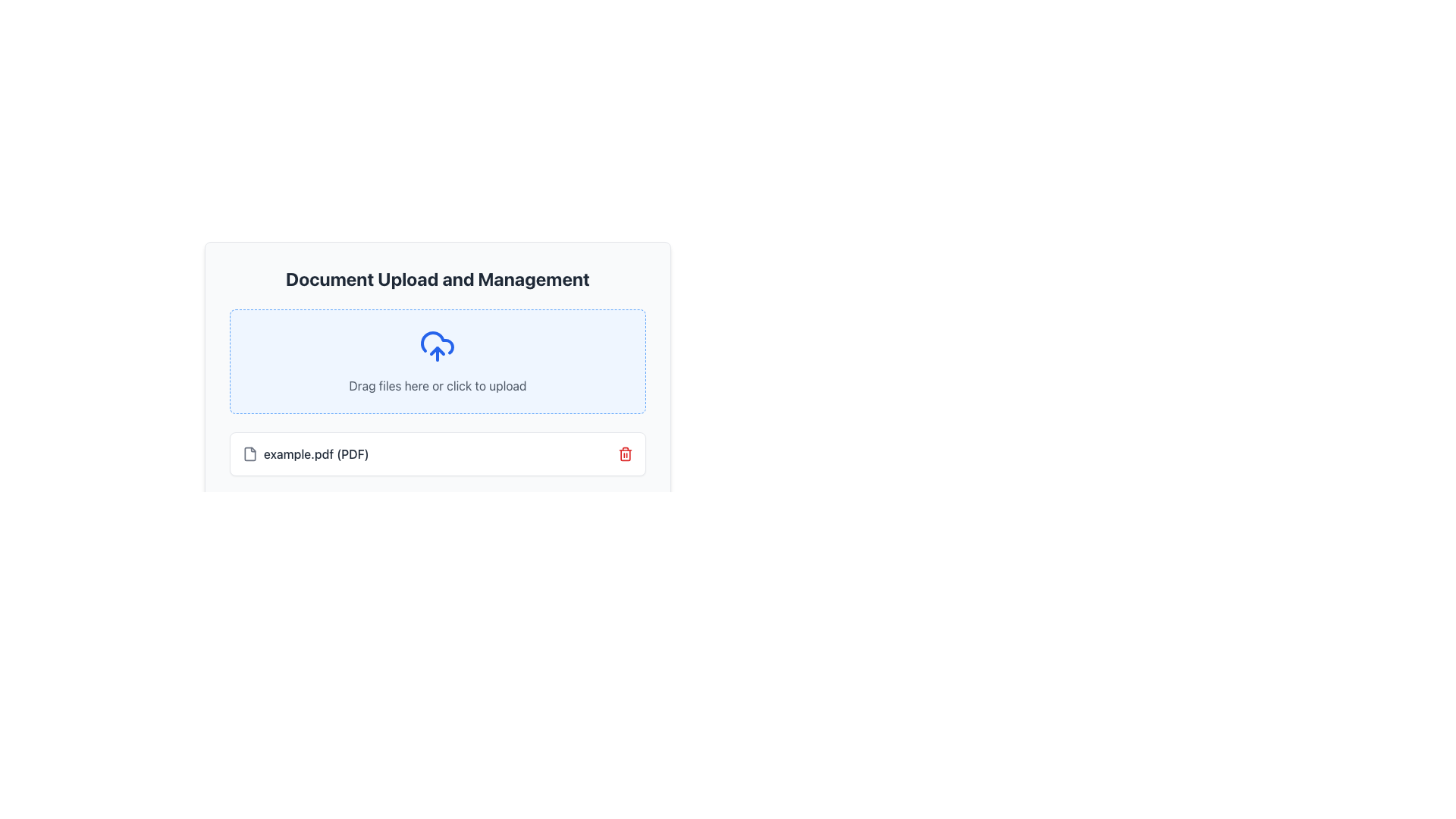 The image size is (1456, 819). I want to click on the header text 'Document Upload and Management', which is prominently styled and located at the top section of the document upload interface, so click(437, 278).